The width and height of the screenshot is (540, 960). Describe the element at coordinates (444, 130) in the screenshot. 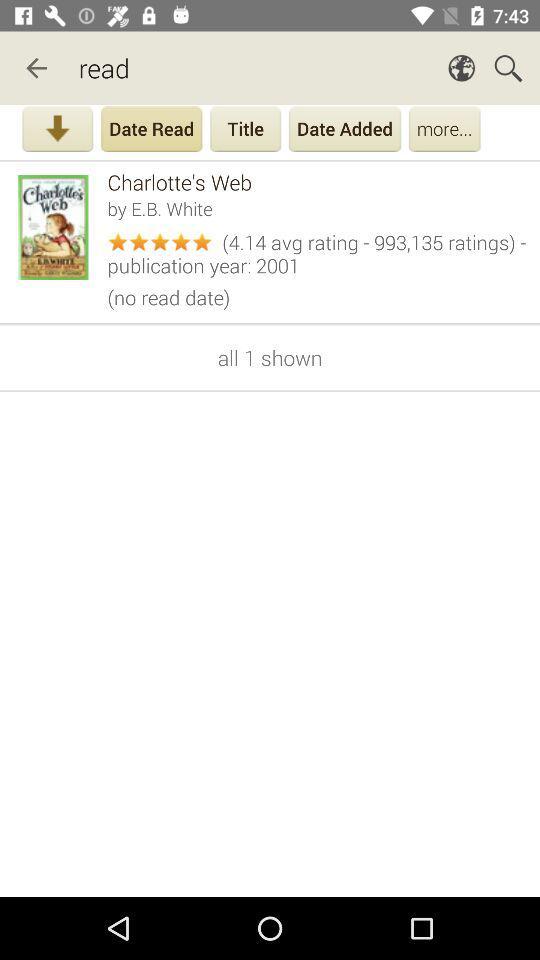

I see `the icon to the right of date added` at that location.